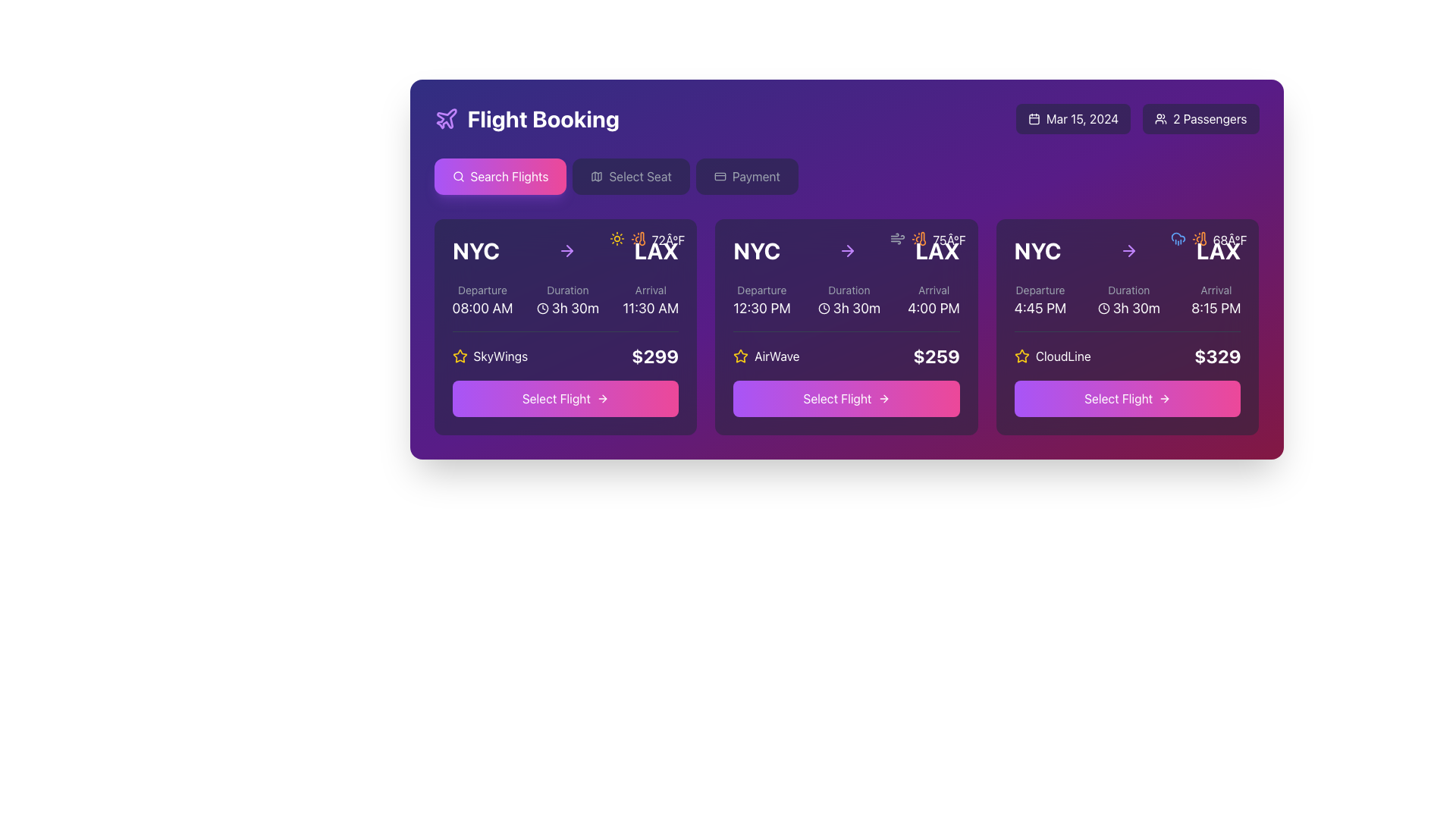  I want to click on the text label displaying 'LAX' in bold, extra-large font size and white color, which is part of a horizontal layout in the flight card interface, so click(1219, 250).